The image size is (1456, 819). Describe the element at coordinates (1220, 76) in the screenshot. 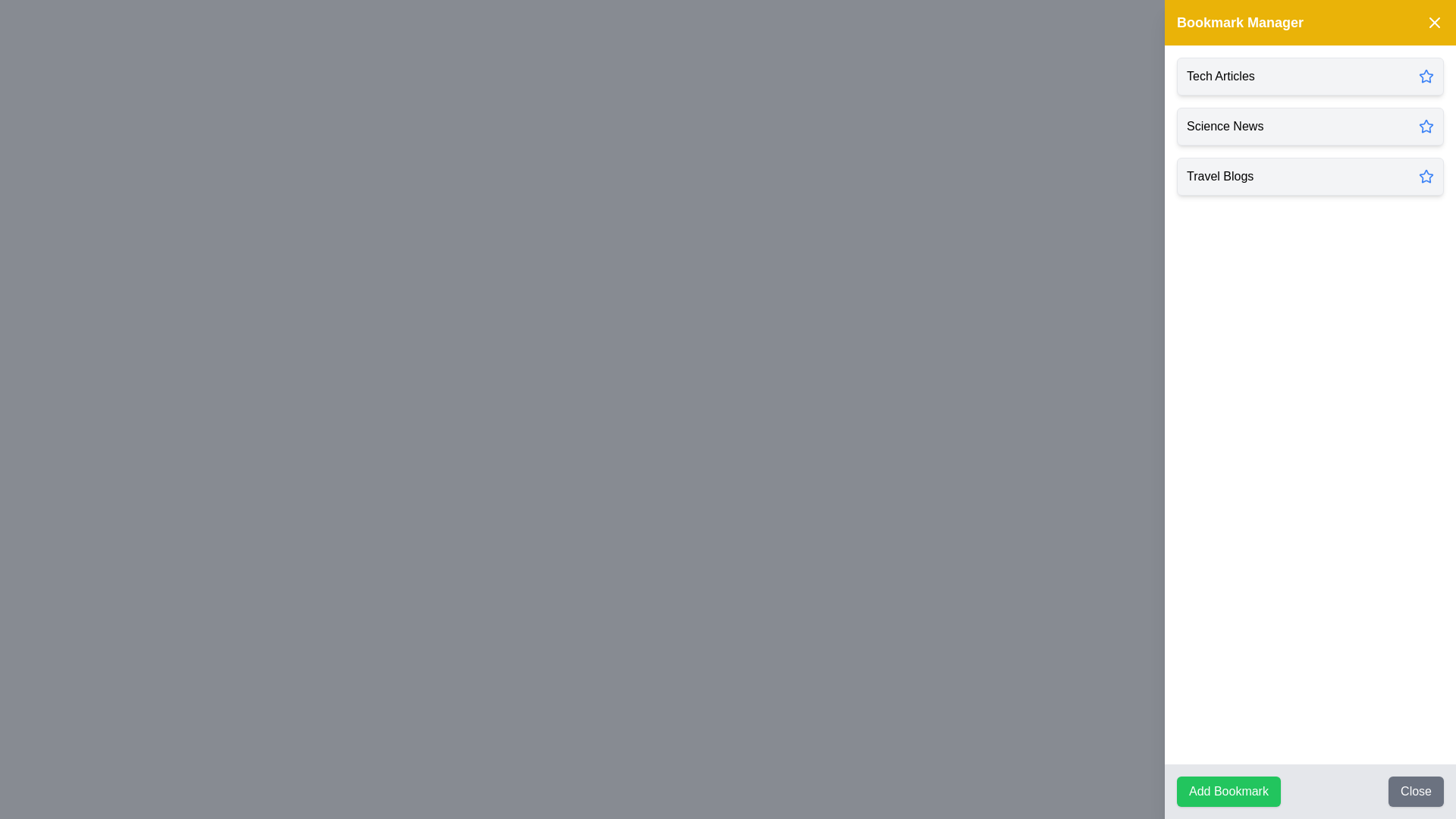

I see `the Static Text element labeled 'Tech Articles' which serves as a title for the bookmark card in the right panel` at that location.